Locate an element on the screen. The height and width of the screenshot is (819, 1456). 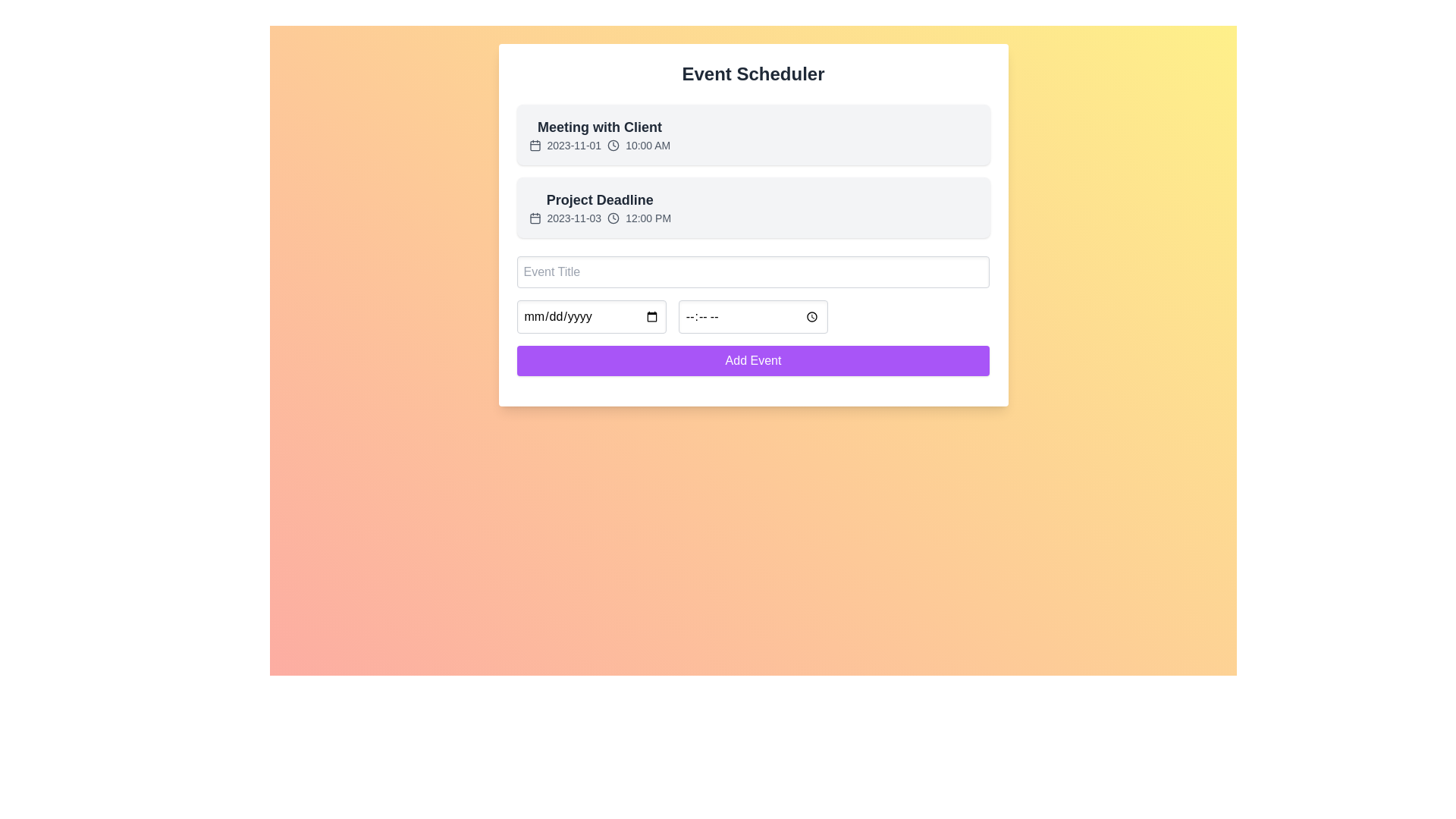
the calendar icon located in the second entry of the event list for 'Project Deadline', positioned to the left of the event date and time information is located at coordinates (535, 218).